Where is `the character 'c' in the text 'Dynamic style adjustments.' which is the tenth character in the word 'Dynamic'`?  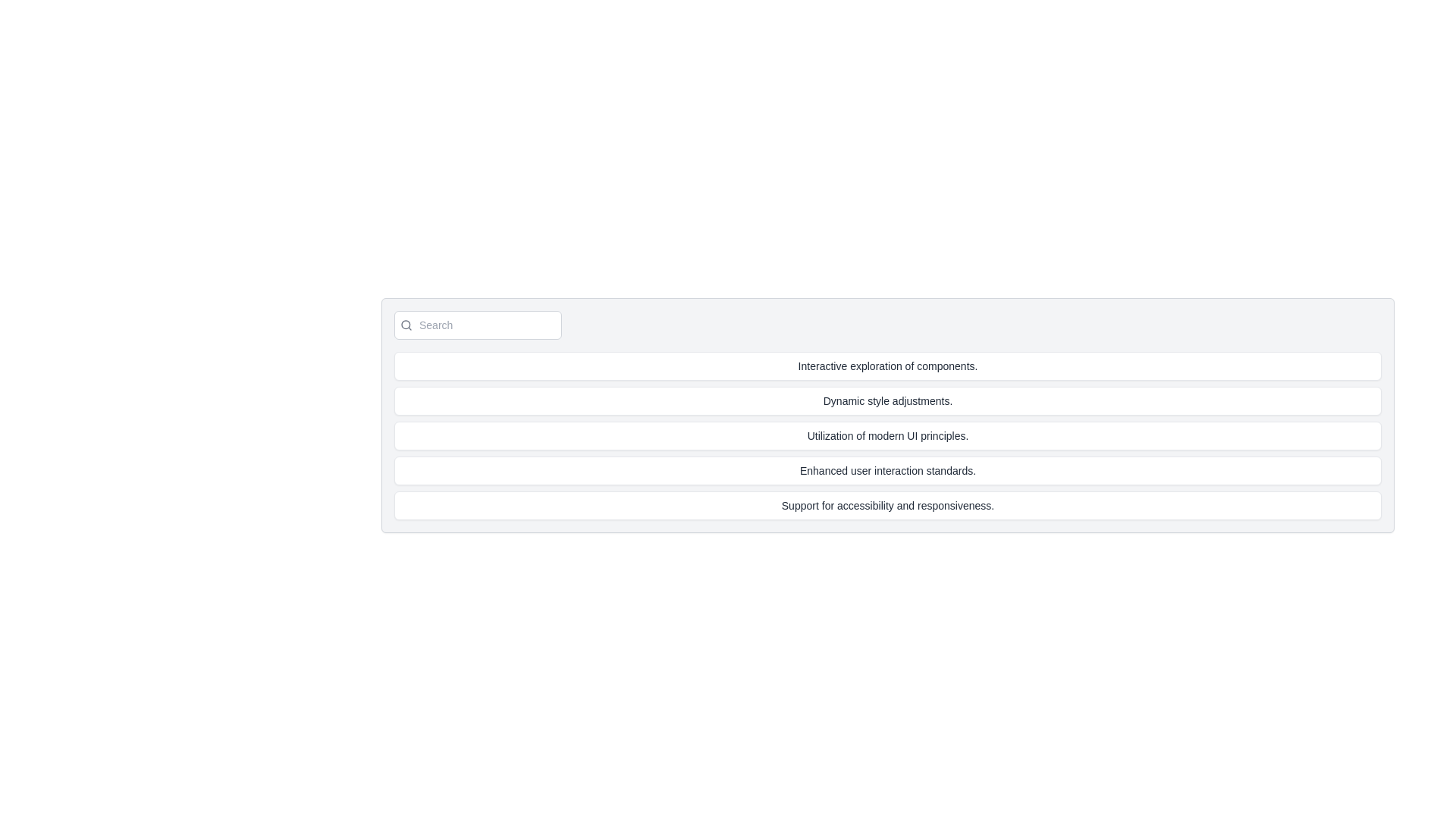 the character 'c' in the text 'Dynamic style adjustments.' which is the tenth character in the word 'Dynamic' is located at coordinates (861, 400).